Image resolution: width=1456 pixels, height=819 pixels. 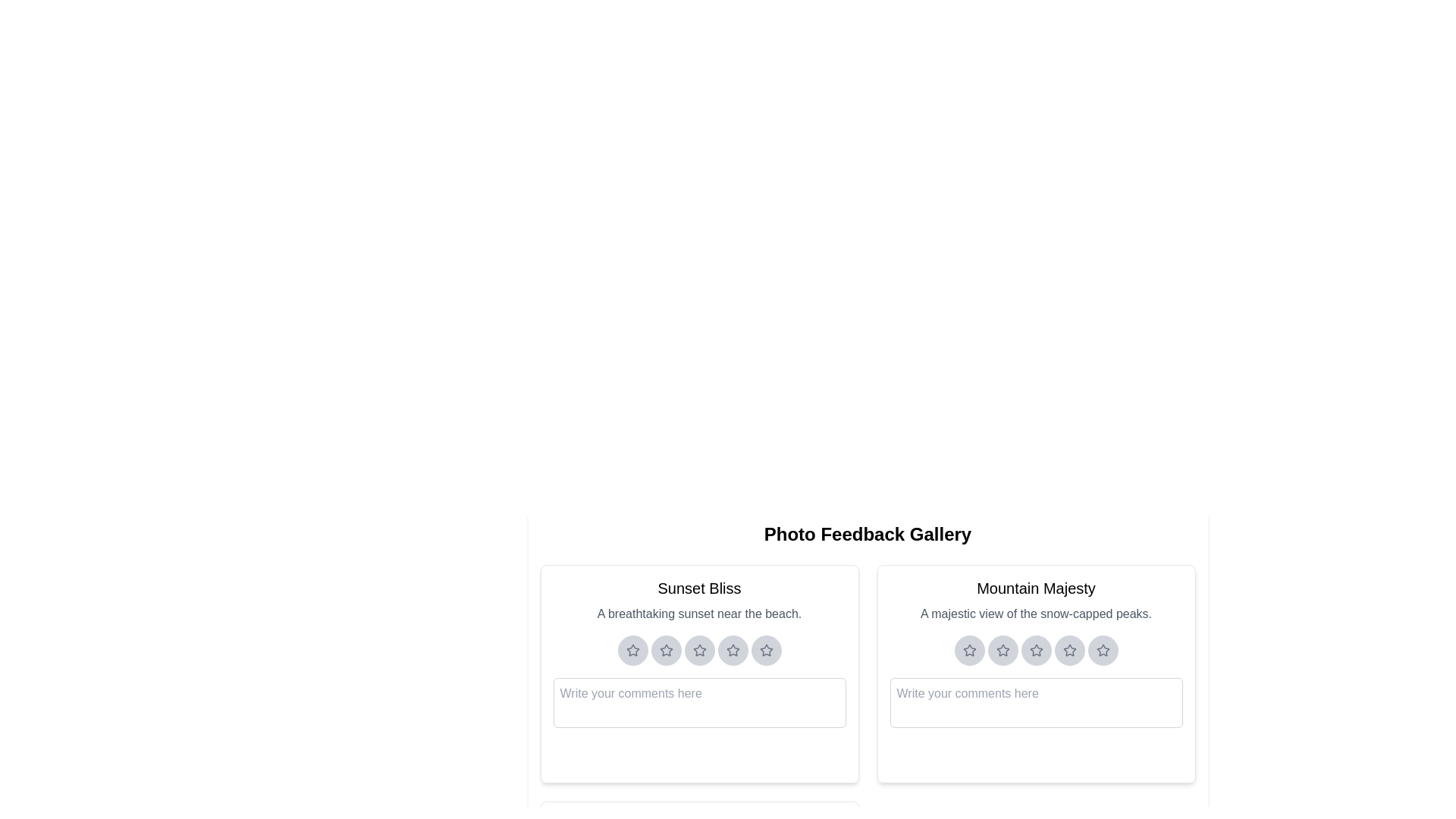 I want to click on the fourth circular button with a light gray background and gray star icon, located below the title 'Sunset Bliss', so click(x=733, y=649).